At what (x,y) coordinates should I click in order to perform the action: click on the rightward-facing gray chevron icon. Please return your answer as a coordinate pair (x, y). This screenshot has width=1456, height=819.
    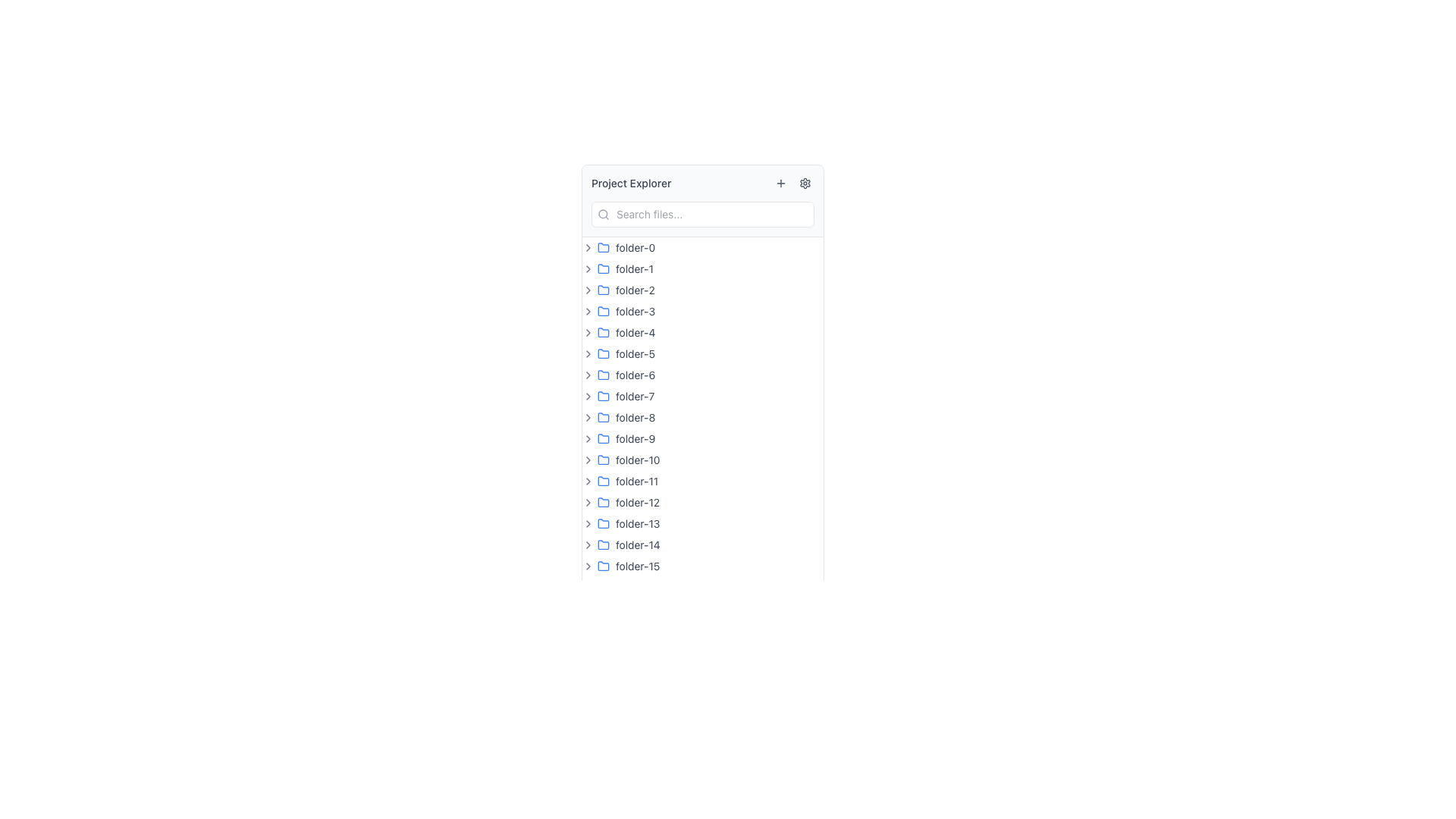
    Looking at the image, I should click on (588, 332).